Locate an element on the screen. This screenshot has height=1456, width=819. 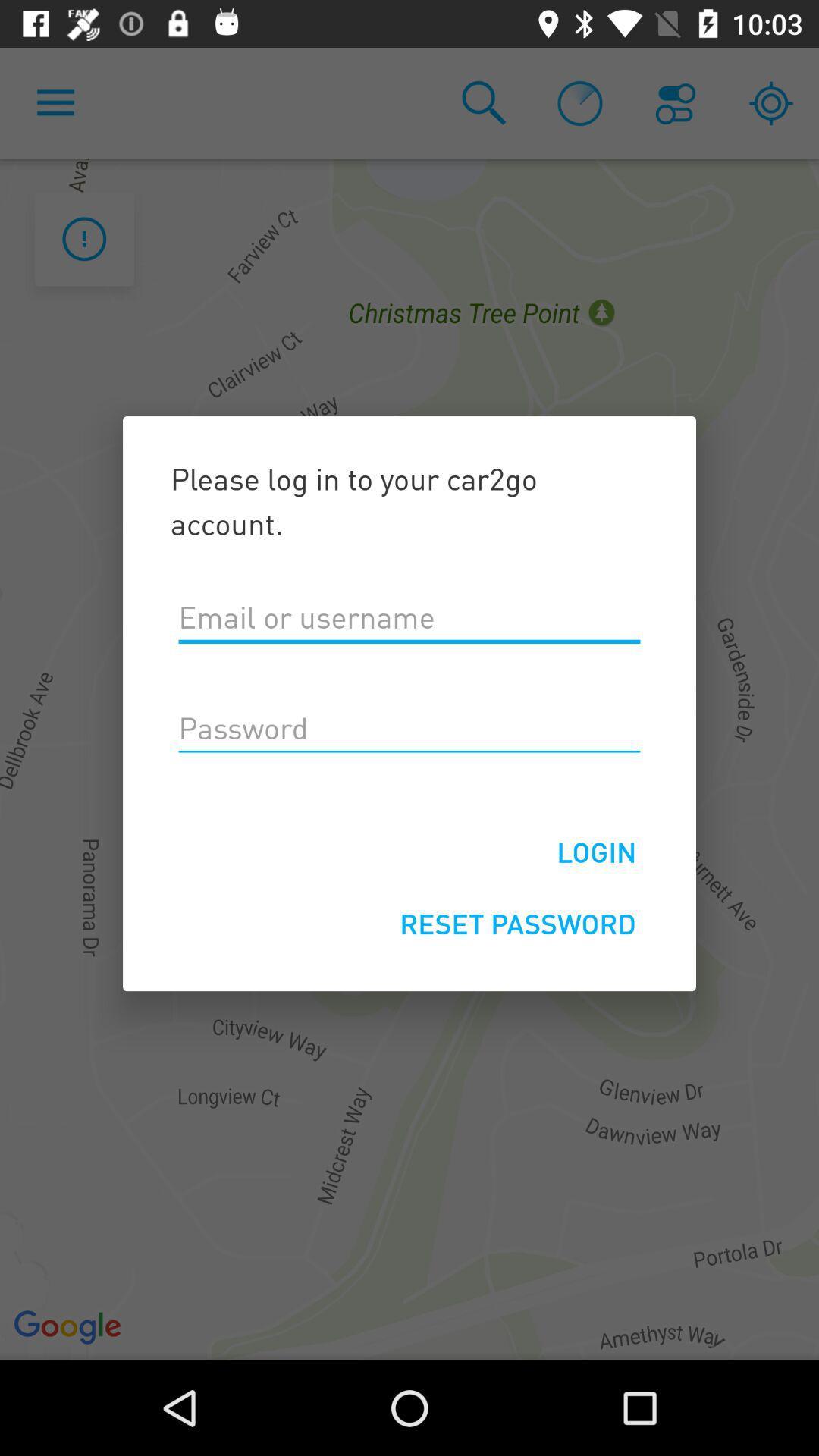
password is located at coordinates (409, 729).